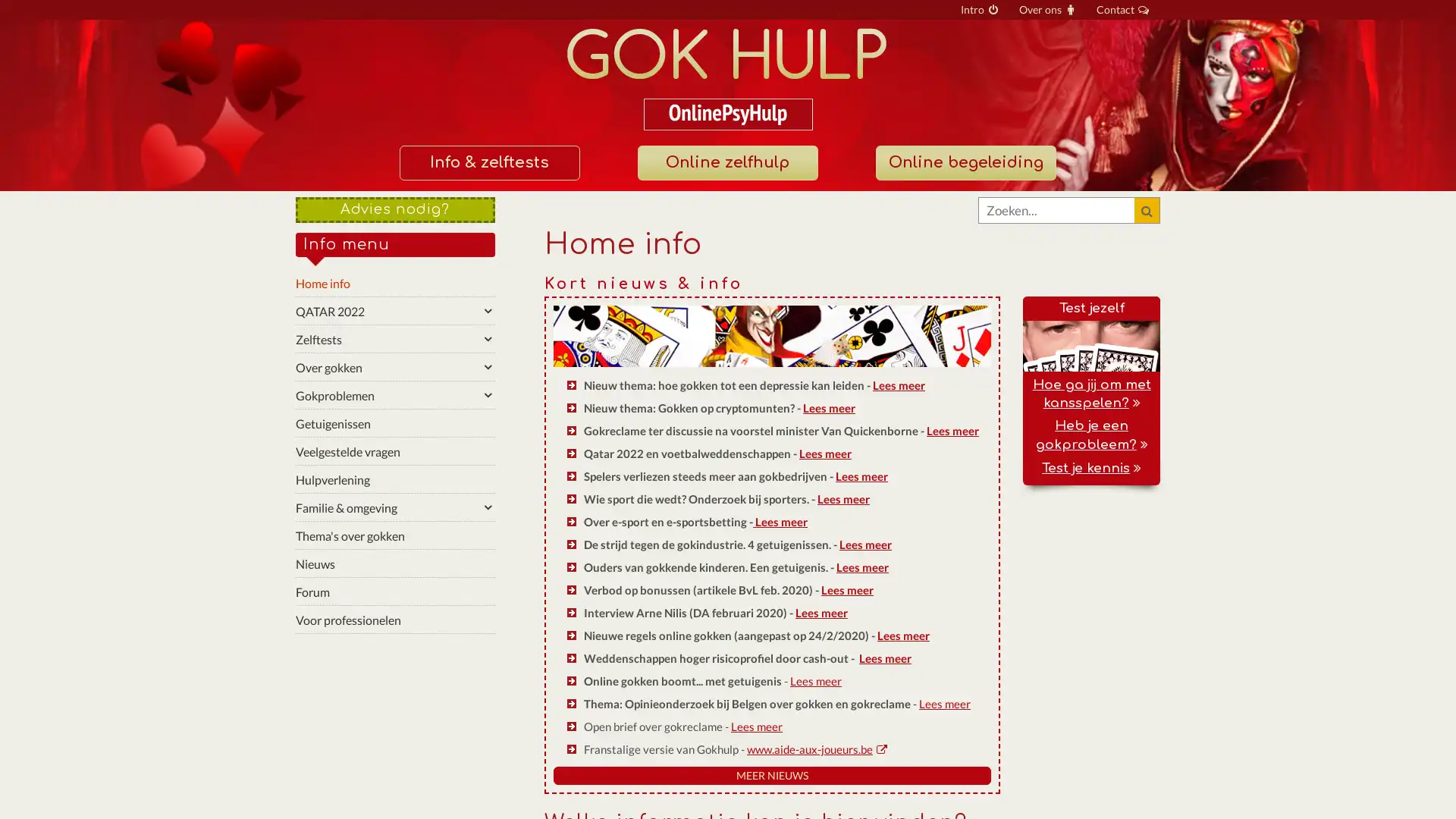 This screenshot has width=1456, height=819. Describe the element at coordinates (488, 163) in the screenshot. I see `Info & zelftests` at that location.